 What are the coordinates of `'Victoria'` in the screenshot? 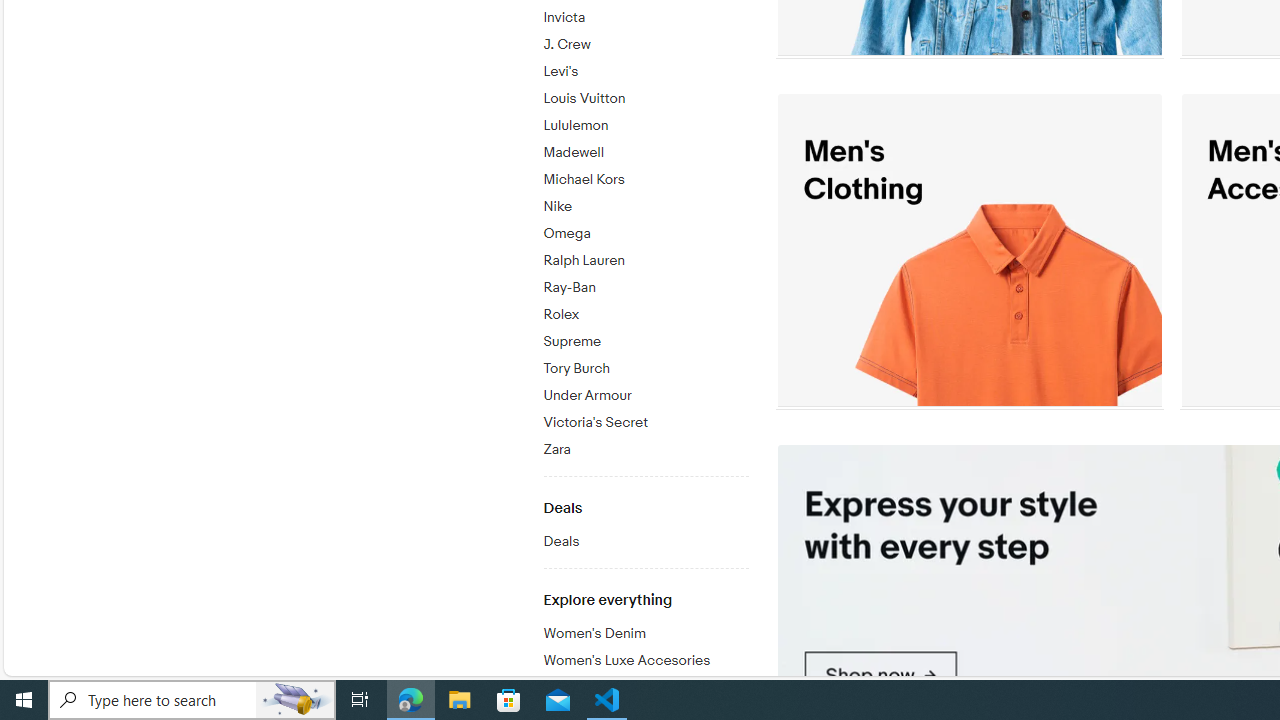 It's located at (645, 422).